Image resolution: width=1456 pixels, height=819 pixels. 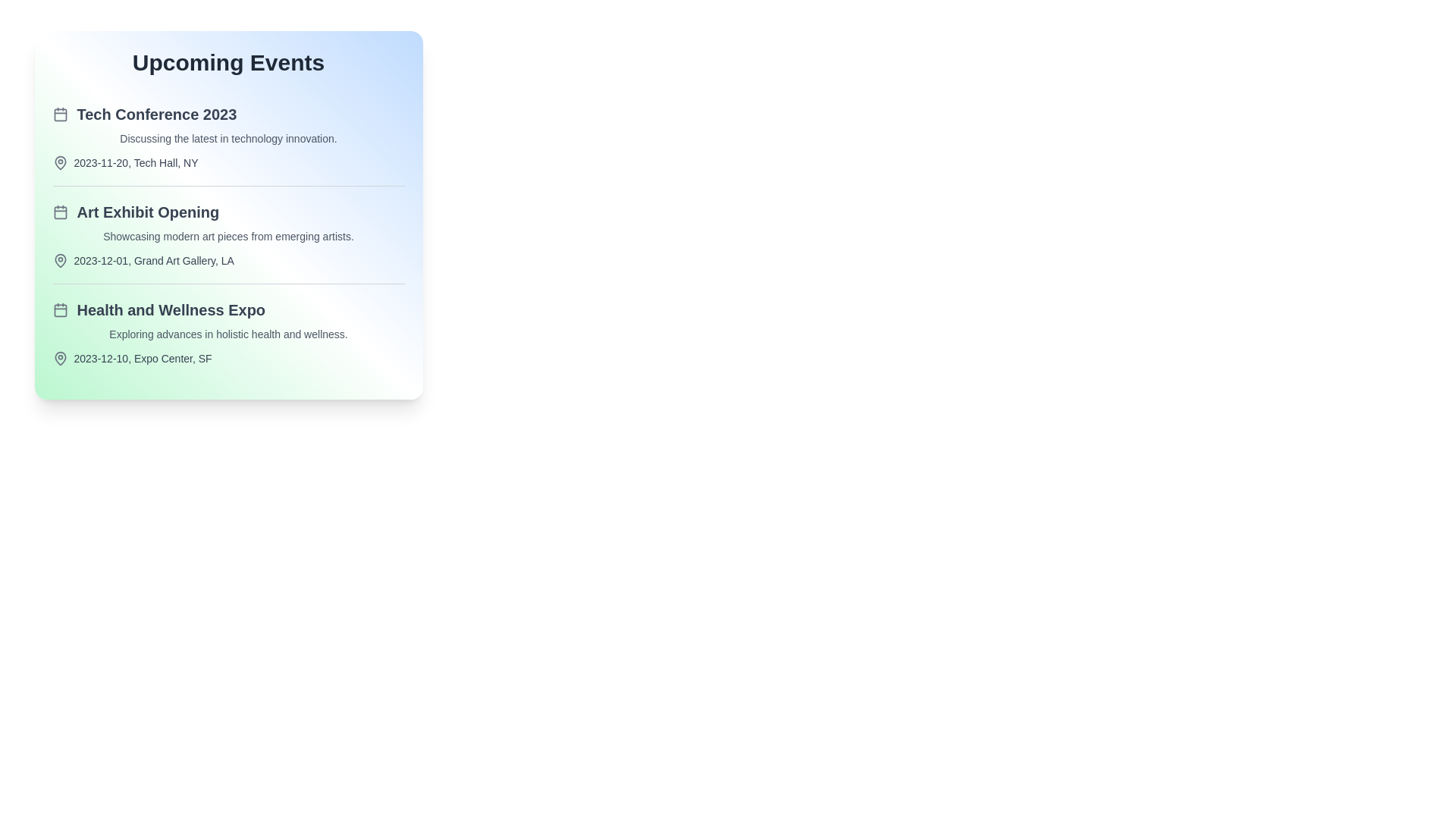 What do you see at coordinates (60, 113) in the screenshot?
I see `the calendar icon for the Tech Conference 2023 event` at bounding box center [60, 113].